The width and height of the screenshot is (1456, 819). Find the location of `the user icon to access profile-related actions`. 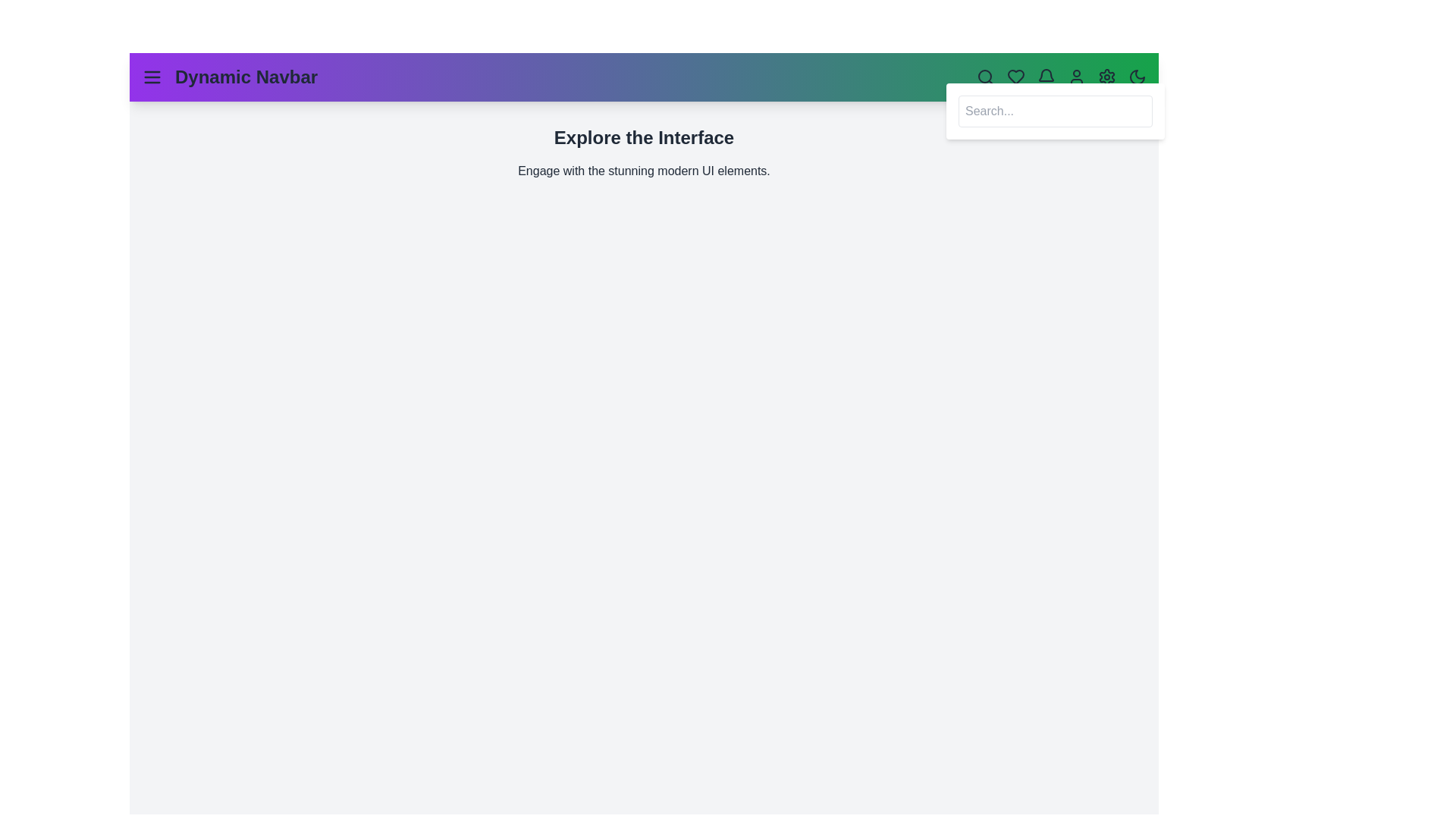

the user icon to access profile-related actions is located at coordinates (1076, 77).